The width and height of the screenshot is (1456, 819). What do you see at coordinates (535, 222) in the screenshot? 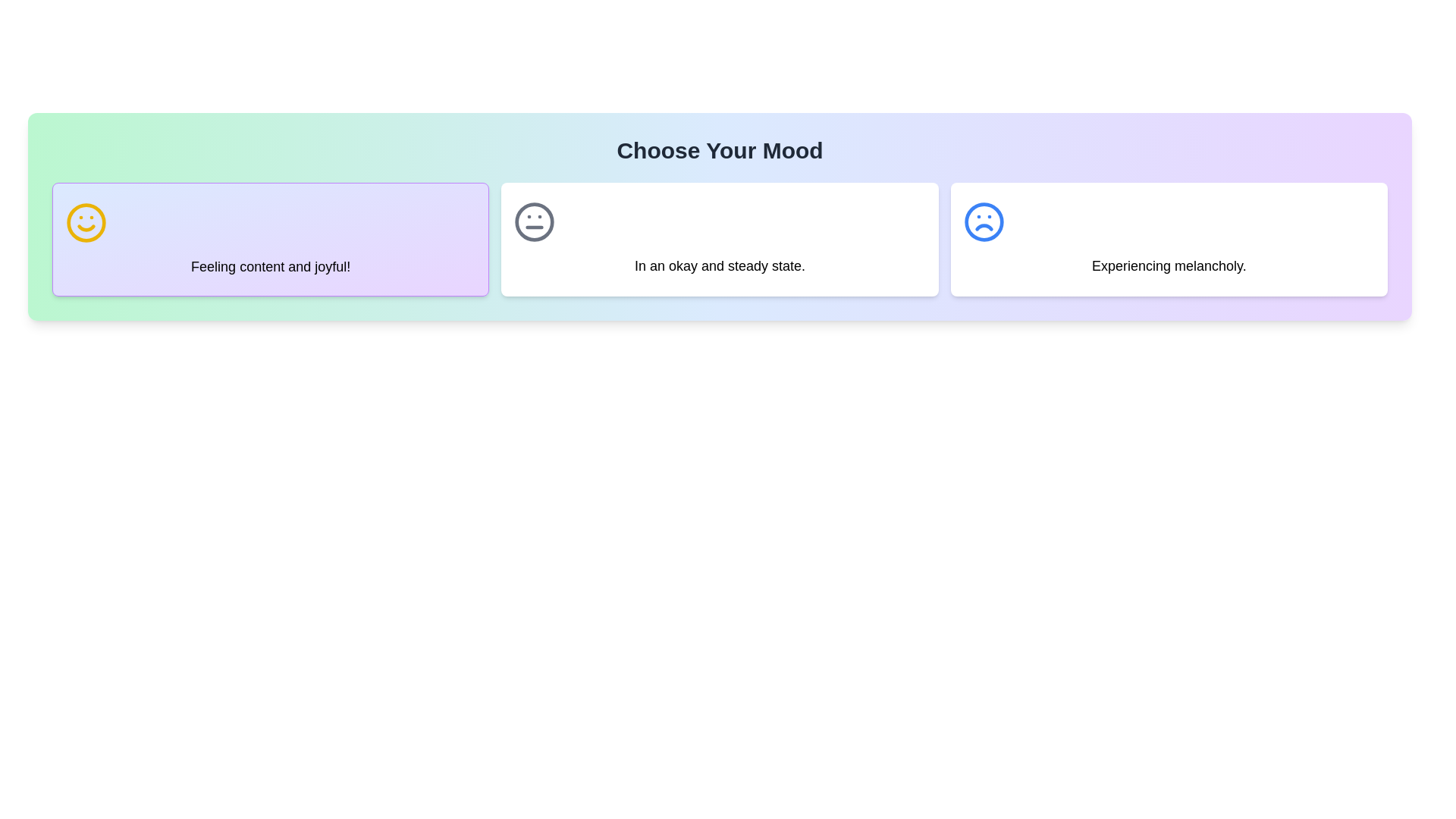
I see `the visual state of the gray circular outline surrounding the neutral face icon, which is centrally located within the second mood selection box, adjacent to the text 'In an okay and steady state.'` at bounding box center [535, 222].